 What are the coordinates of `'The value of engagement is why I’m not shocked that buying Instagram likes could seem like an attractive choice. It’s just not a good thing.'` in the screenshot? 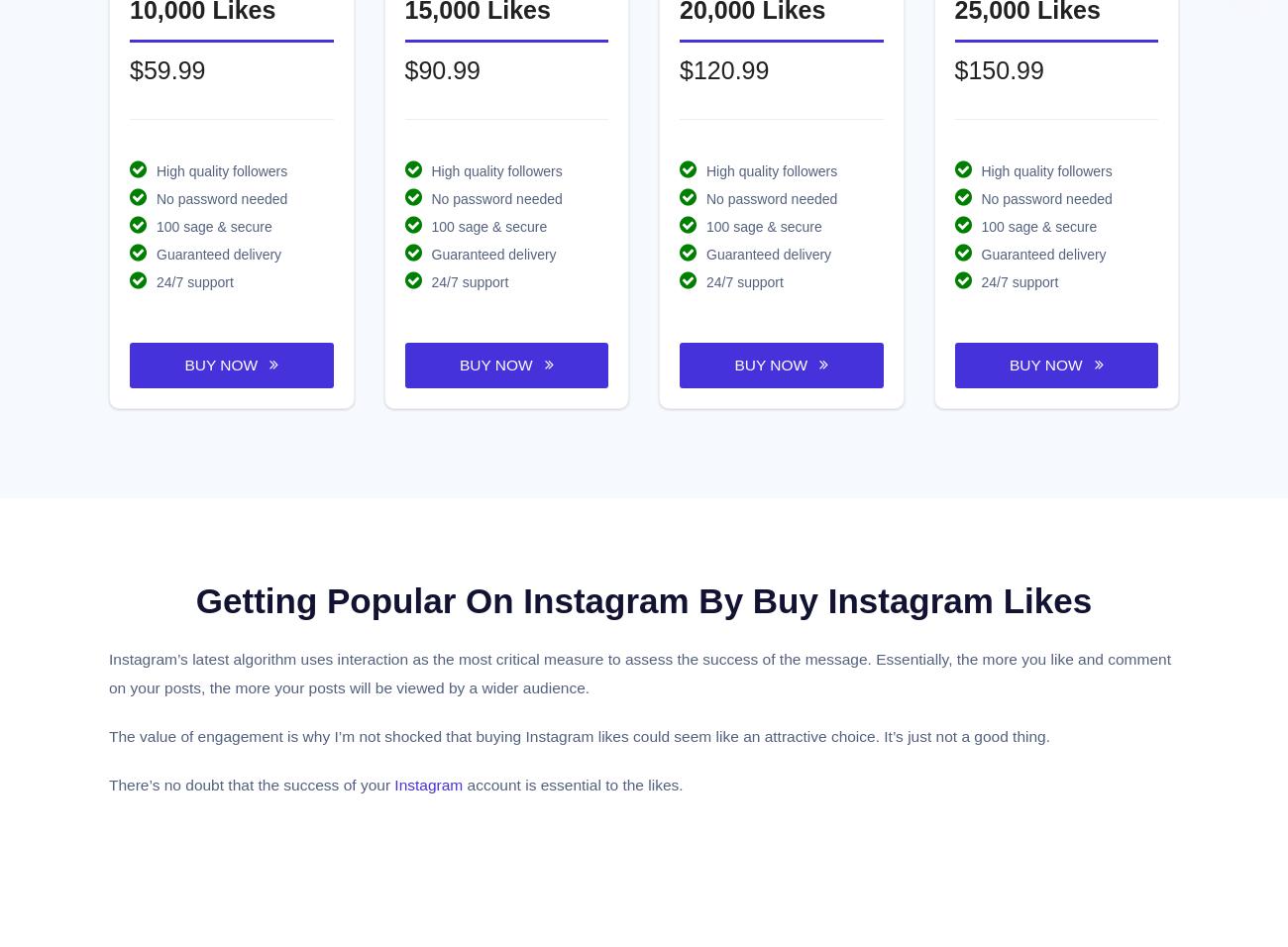 It's located at (107, 734).